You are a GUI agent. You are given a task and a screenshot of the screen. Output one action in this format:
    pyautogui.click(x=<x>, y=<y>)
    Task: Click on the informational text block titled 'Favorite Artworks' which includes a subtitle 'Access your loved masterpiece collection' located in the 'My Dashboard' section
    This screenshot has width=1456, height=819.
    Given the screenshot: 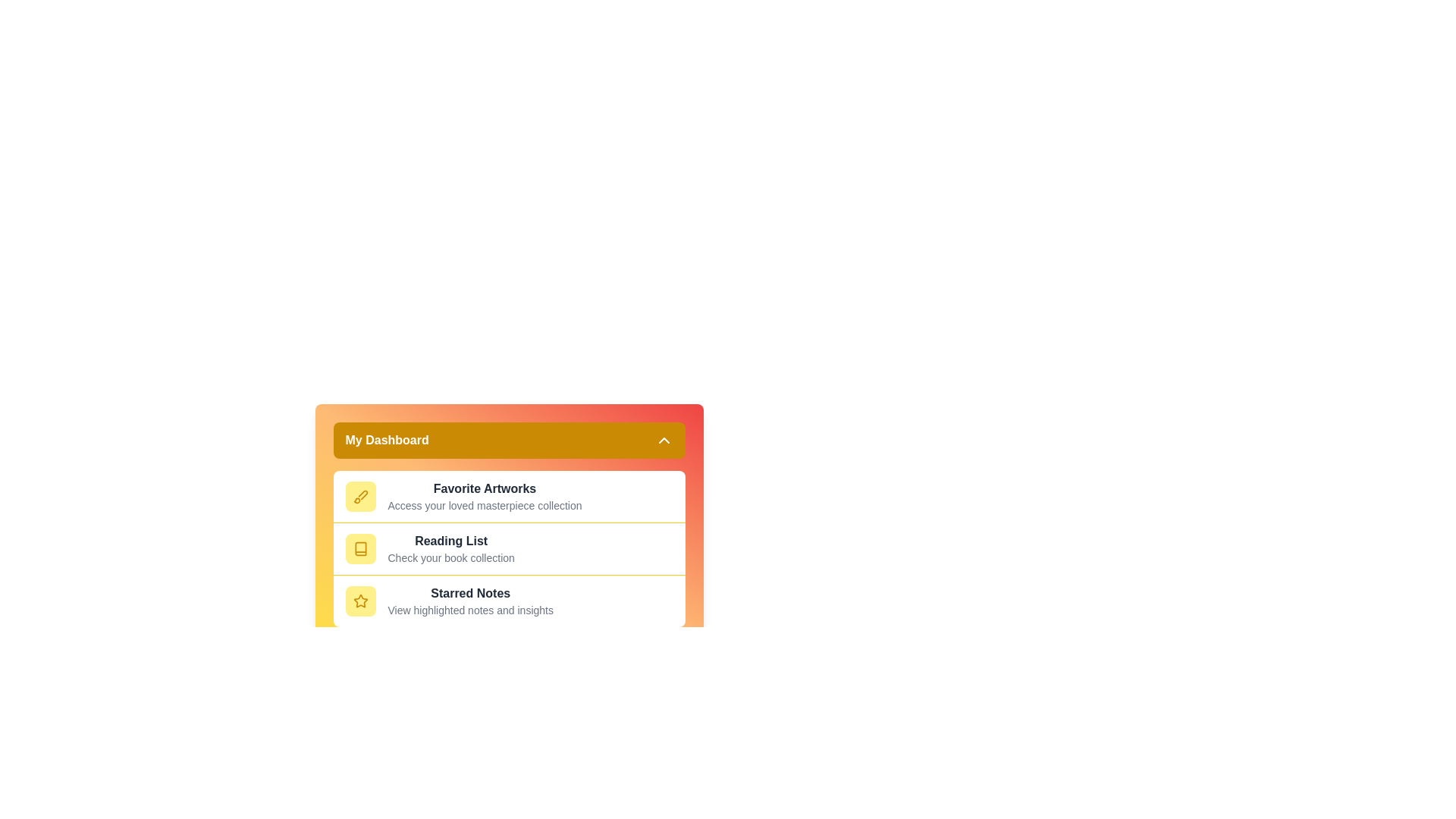 What is the action you would take?
    pyautogui.click(x=484, y=497)
    